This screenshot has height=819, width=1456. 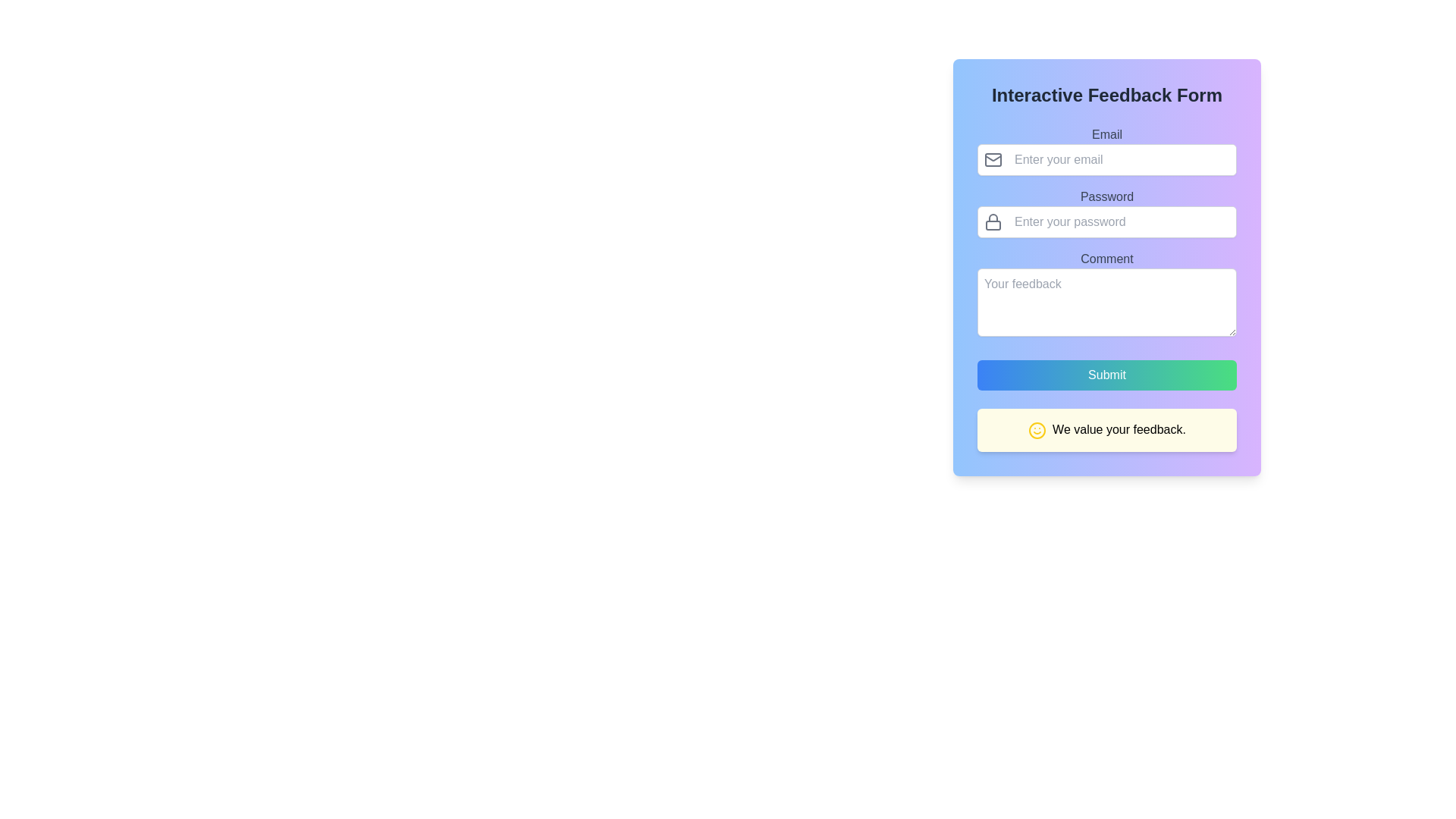 I want to click on the circular graphical element with a yellow outline located inside the smiley face icon, which is to the left of the text label 'We value your feedback.', so click(x=1037, y=430).